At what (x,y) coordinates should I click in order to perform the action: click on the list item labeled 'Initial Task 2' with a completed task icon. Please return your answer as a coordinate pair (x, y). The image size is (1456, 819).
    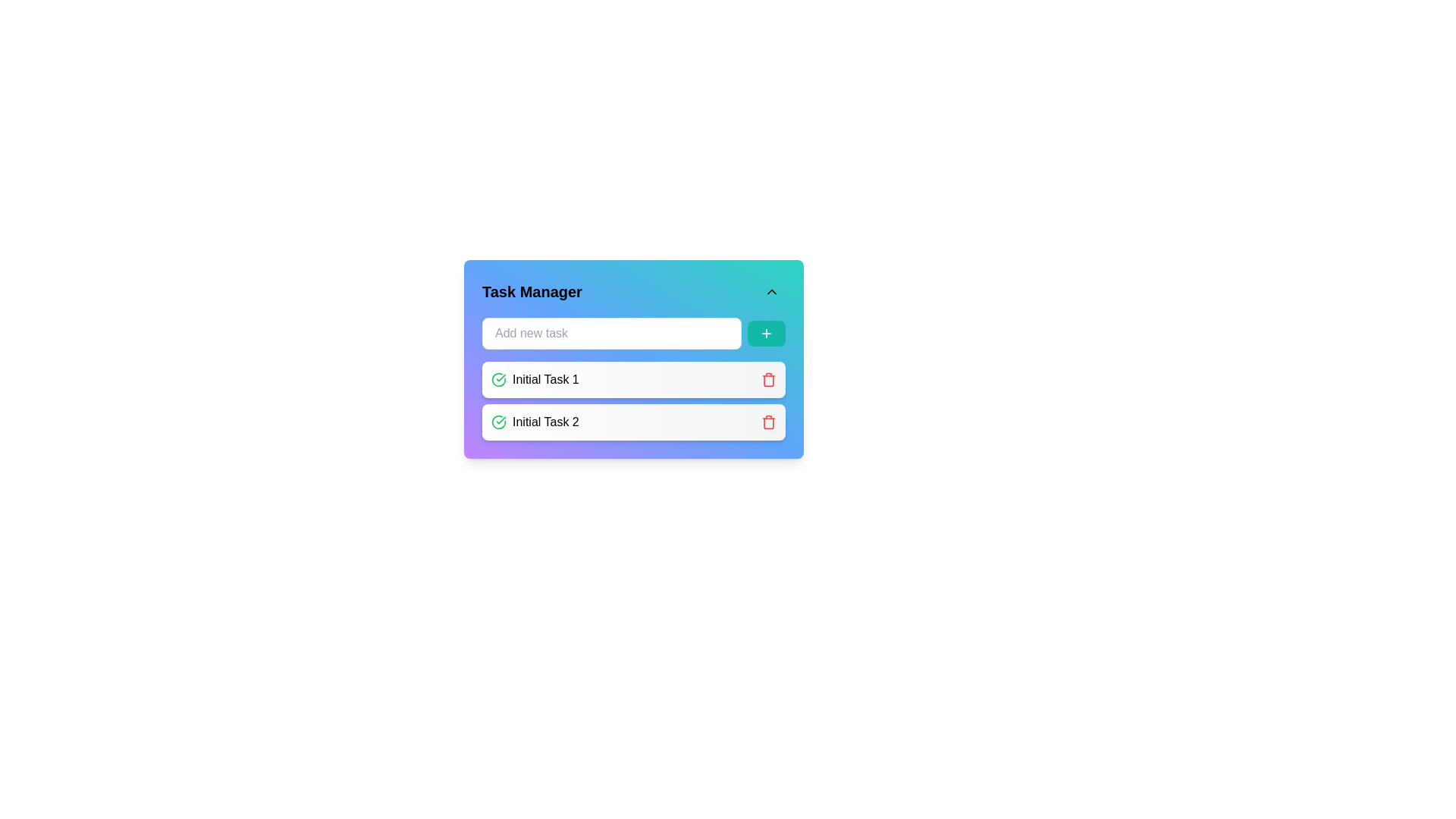
    Looking at the image, I should click on (535, 422).